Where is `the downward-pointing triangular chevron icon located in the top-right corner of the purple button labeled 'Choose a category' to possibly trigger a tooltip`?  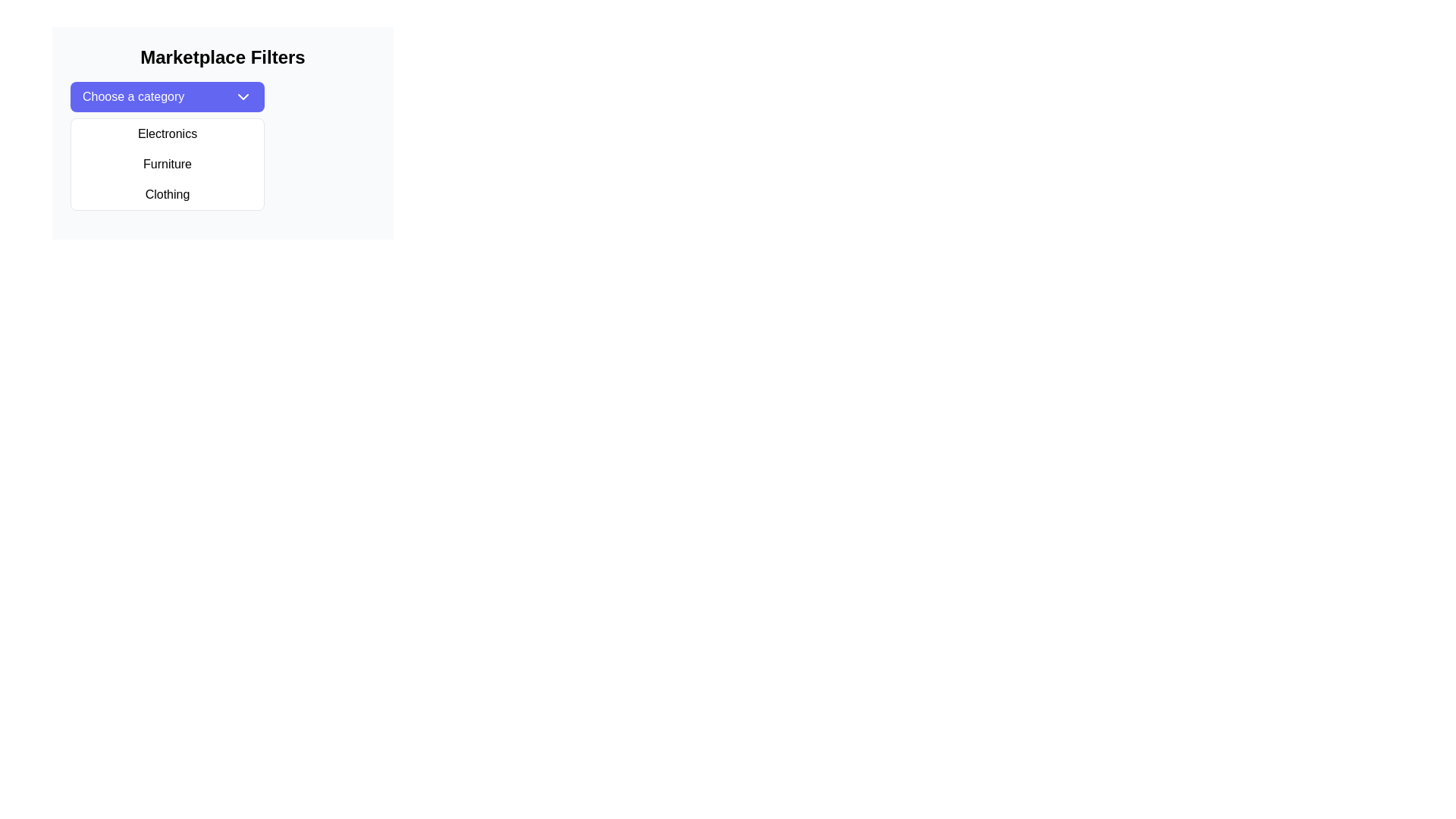 the downward-pointing triangular chevron icon located in the top-right corner of the purple button labeled 'Choose a category' to possibly trigger a tooltip is located at coordinates (243, 96).